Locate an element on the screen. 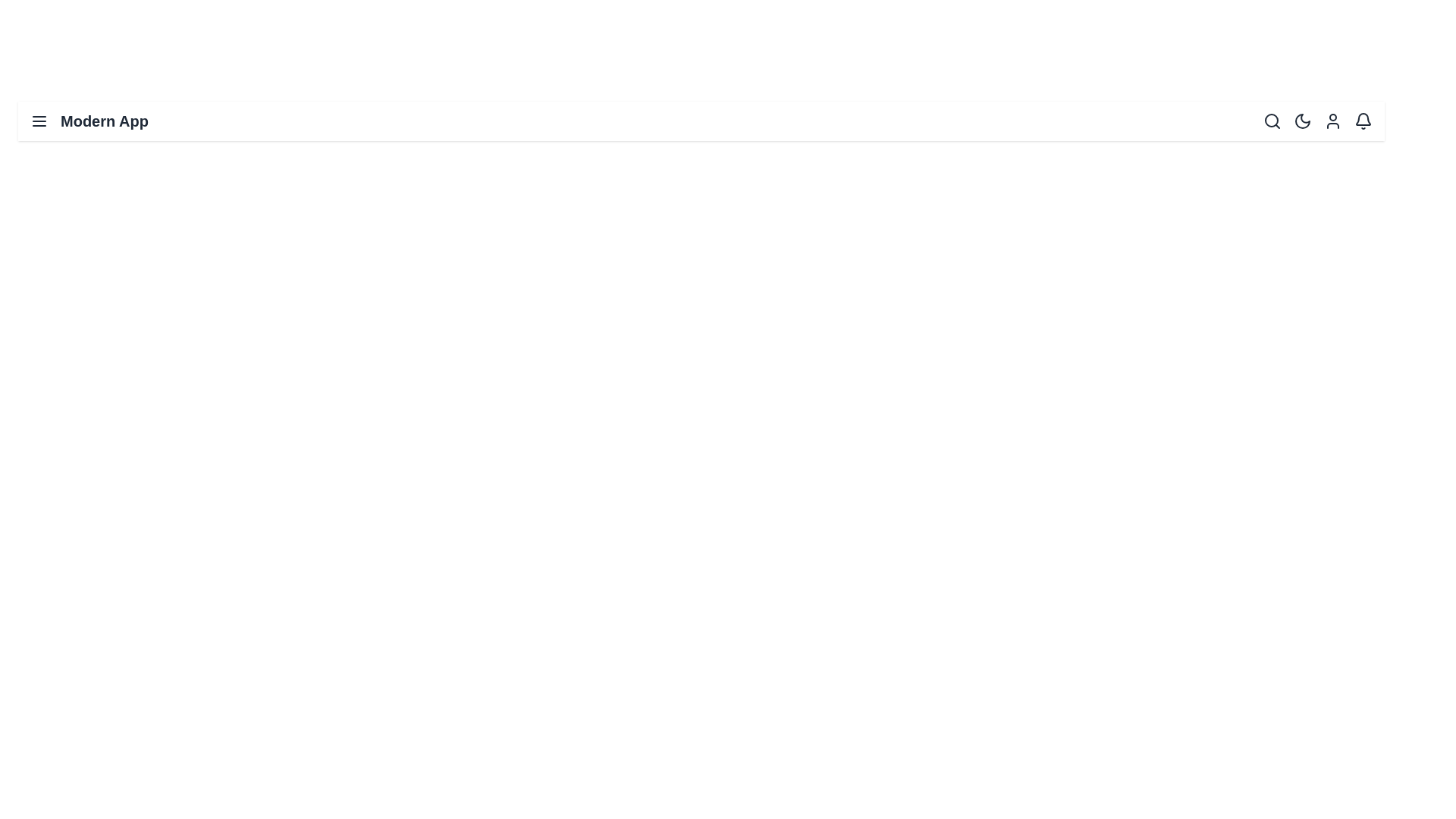 The height and width of the screenshot is (819, 1456). the bell icon to check notifications is located at coordinates (1363, 120).